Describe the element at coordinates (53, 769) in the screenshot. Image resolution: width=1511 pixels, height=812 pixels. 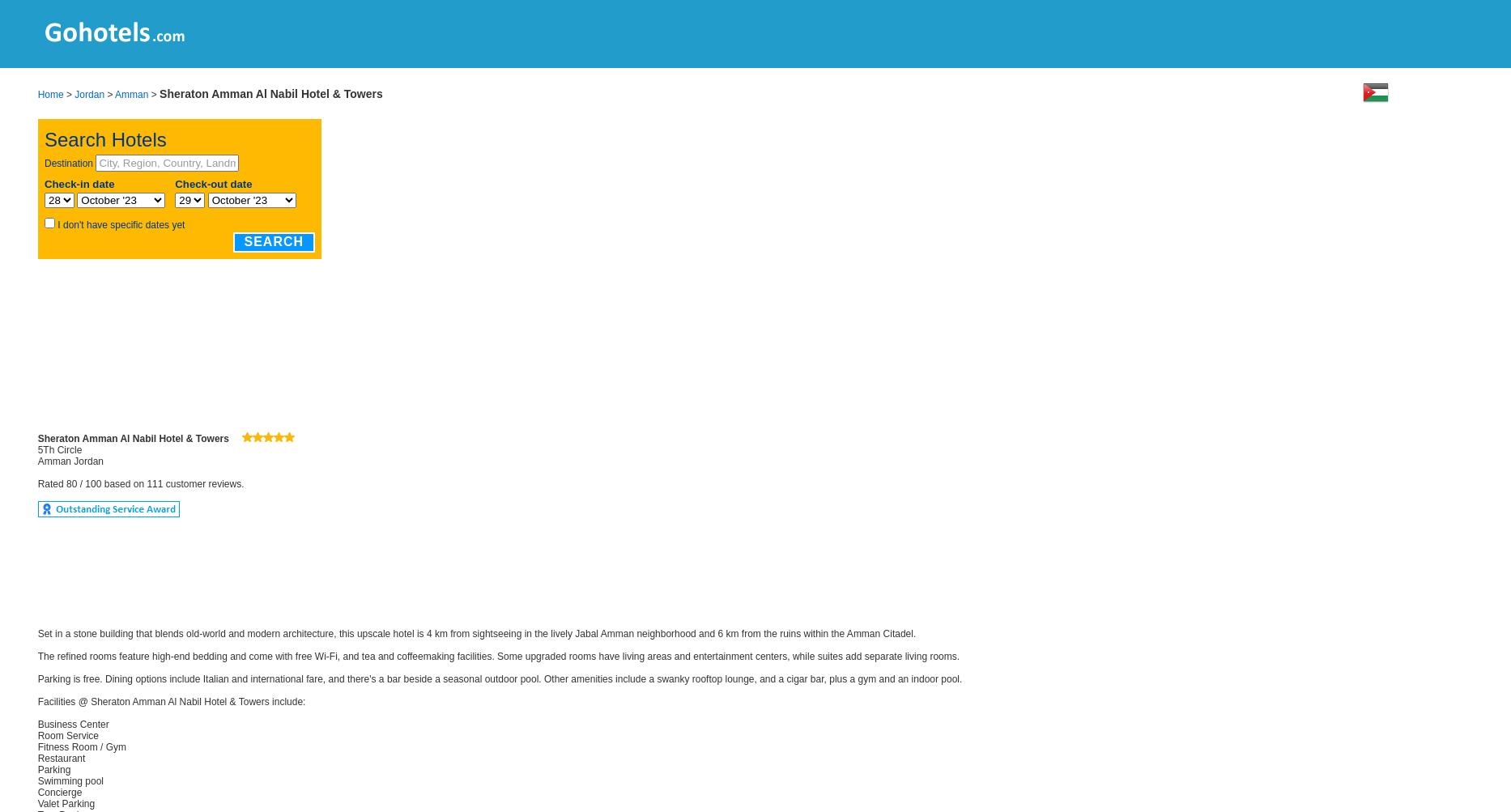
I see `'Parking'` at that location.